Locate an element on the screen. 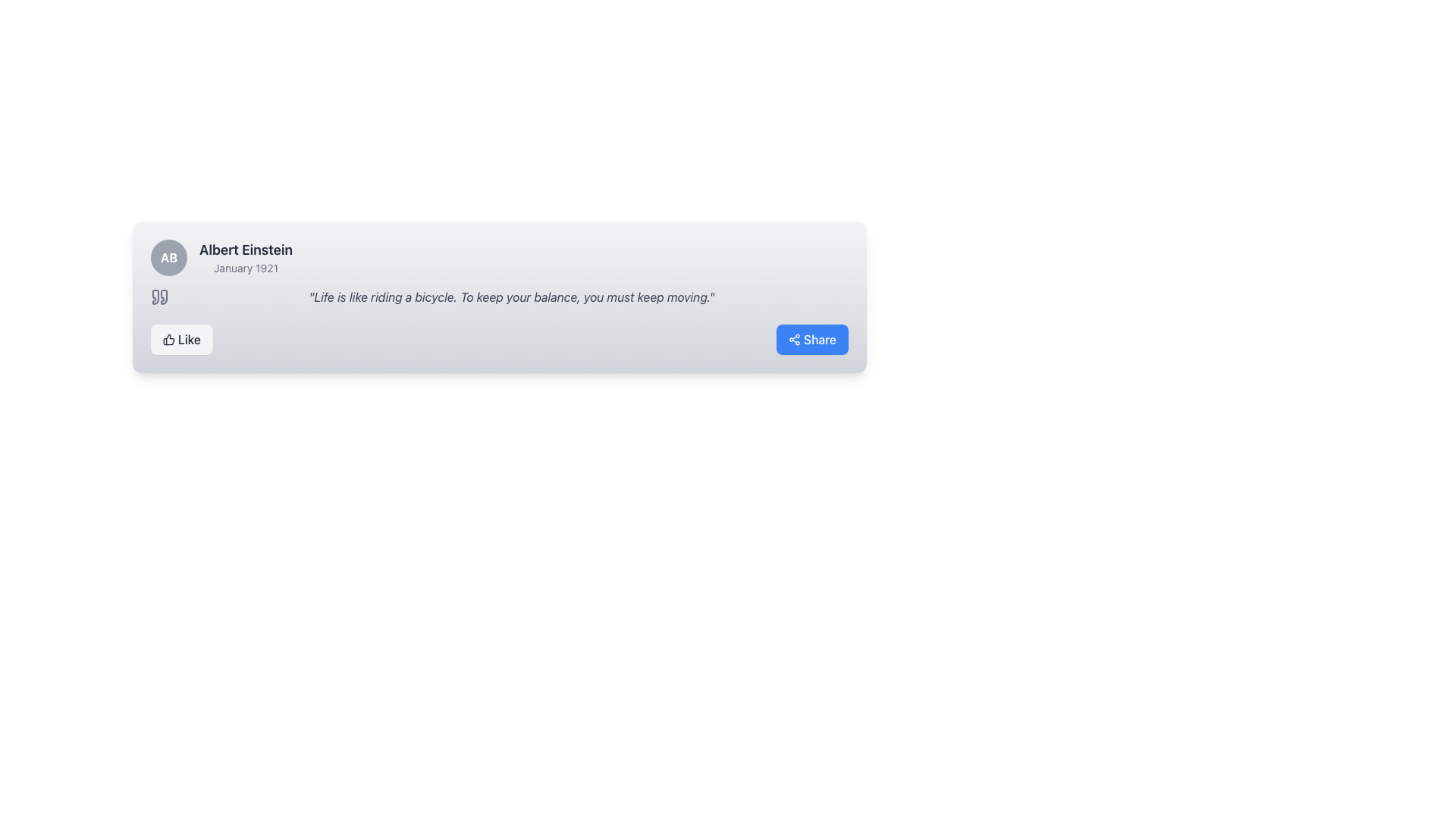  the 'like' button which contains the text label located in the bottom-left quadrant of the card component, immediately to the right of the thumbs-up icon is located at coordinates (188, 338).